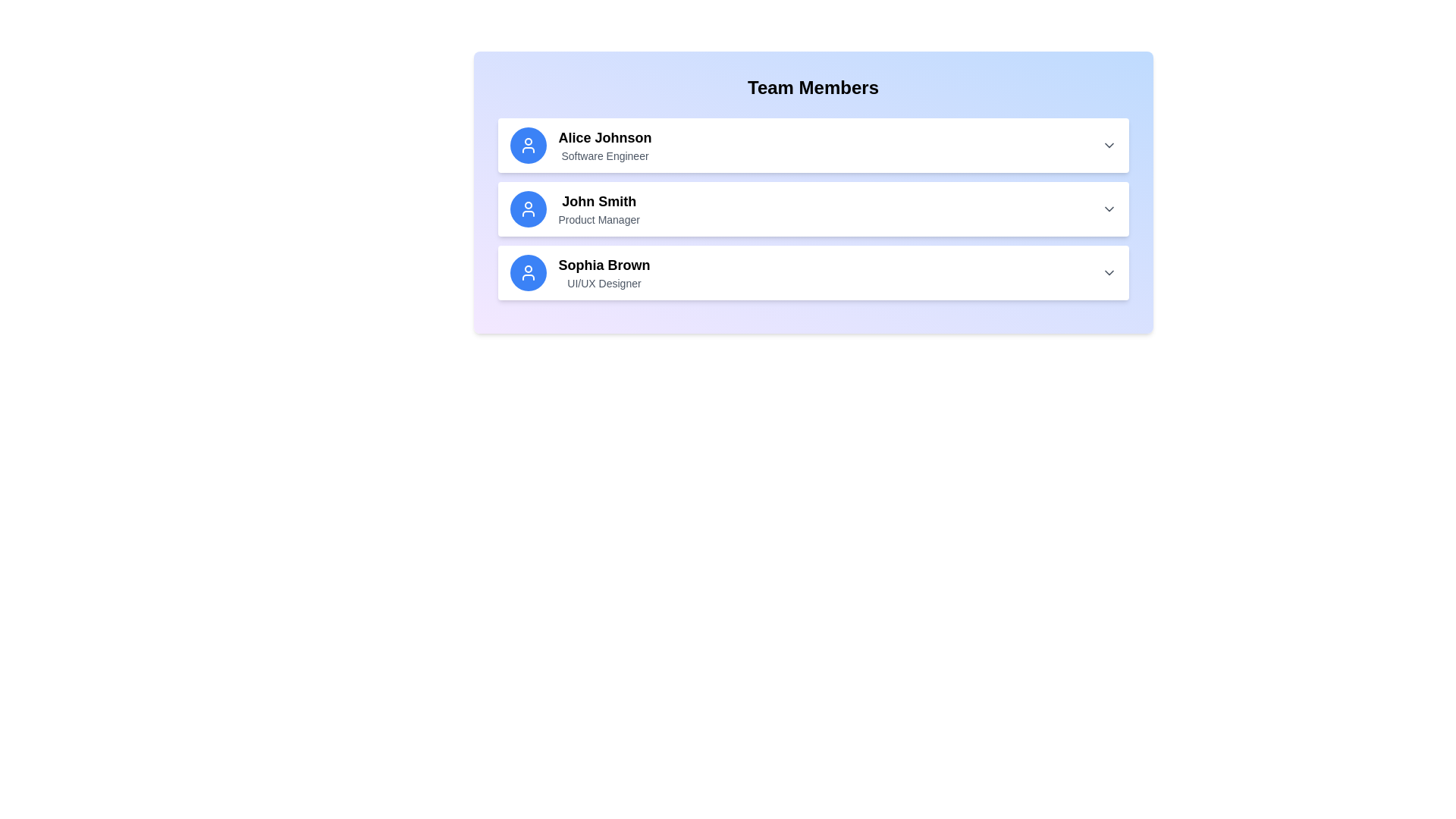 The width and height of the screenshot is (1456, 819). I want to click on the dropdown toggle button (chevron) located on the far right of the row containing 'John Smith' and 'Product Manager', so click(1109, 209).